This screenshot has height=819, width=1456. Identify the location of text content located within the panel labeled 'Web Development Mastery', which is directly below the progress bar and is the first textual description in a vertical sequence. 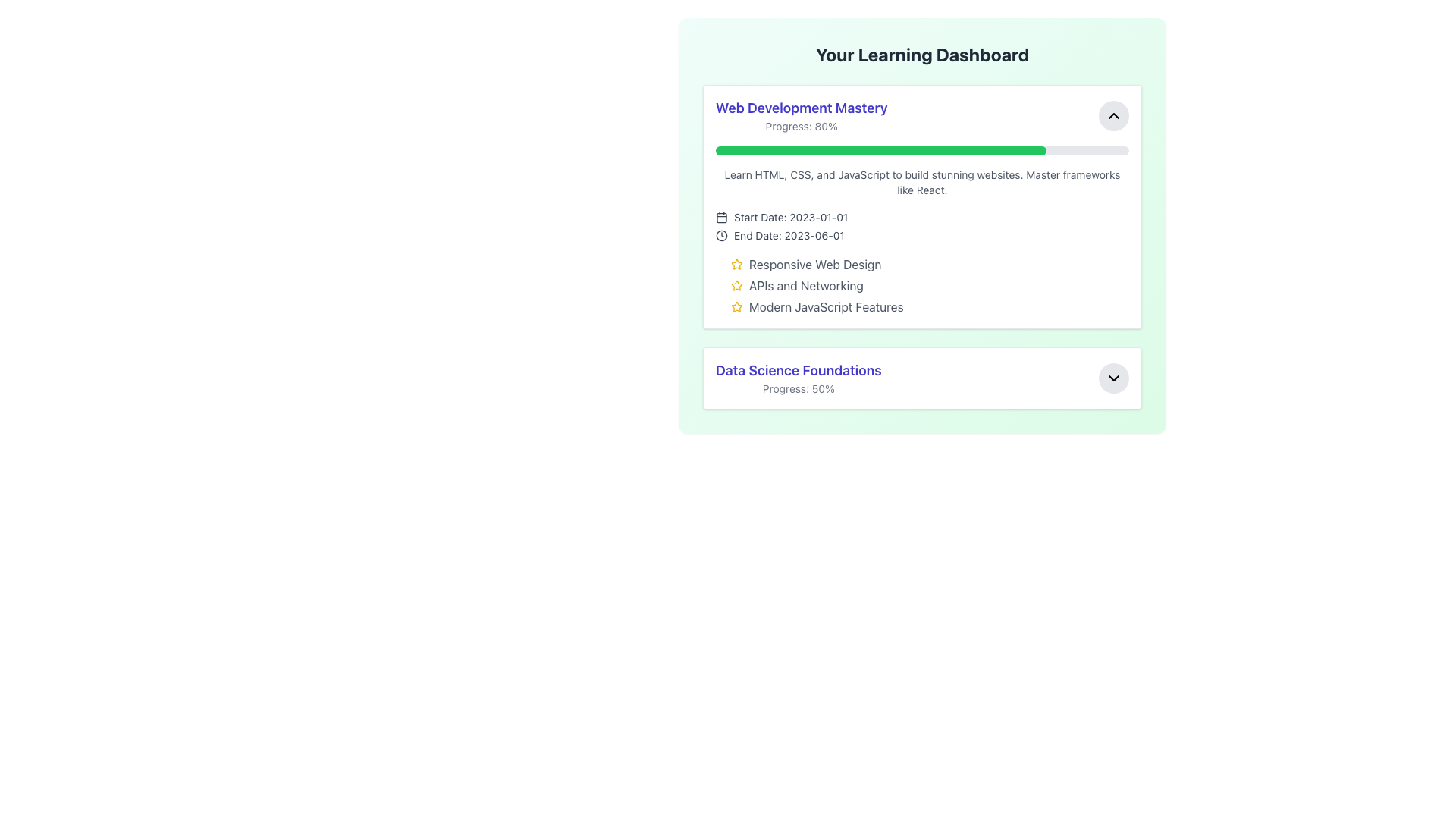
(921, 181).